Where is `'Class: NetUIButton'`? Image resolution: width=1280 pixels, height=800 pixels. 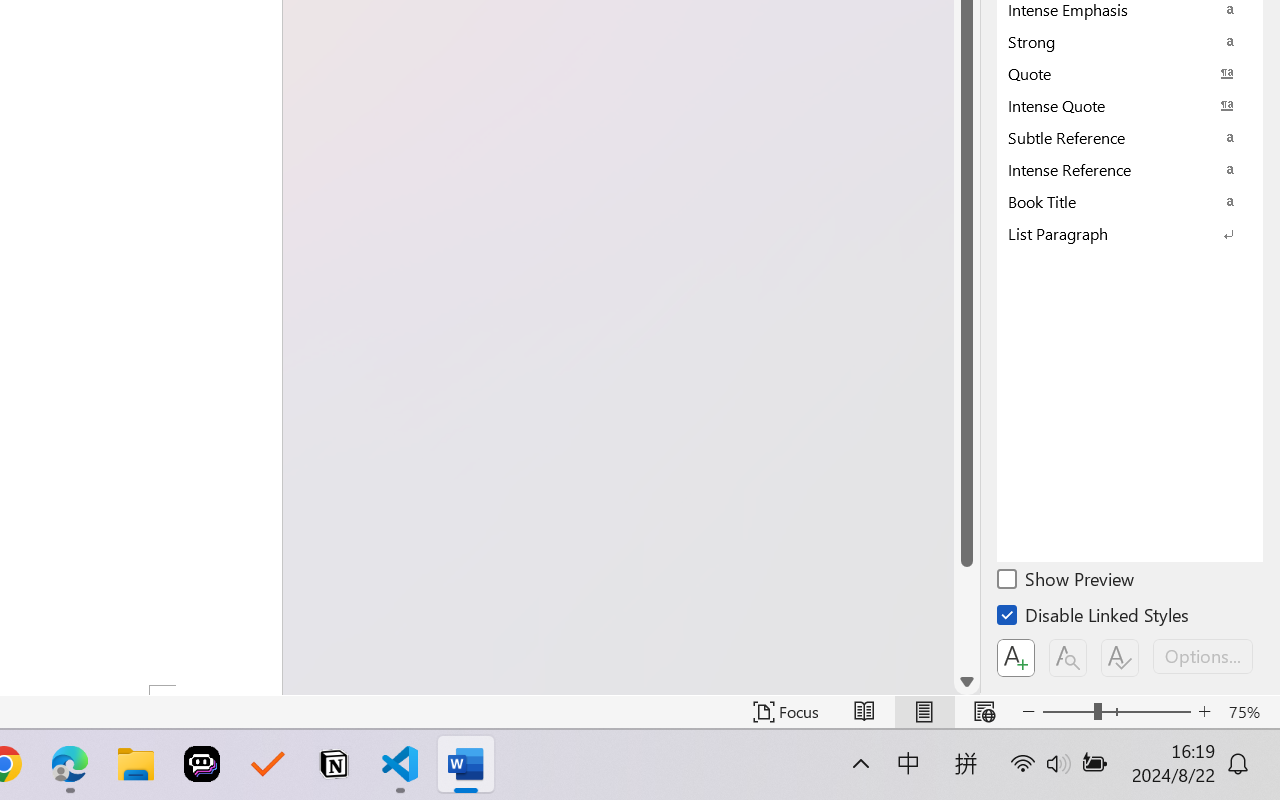
'Class: NetUIButton' is located at coordinates (1120, 657).